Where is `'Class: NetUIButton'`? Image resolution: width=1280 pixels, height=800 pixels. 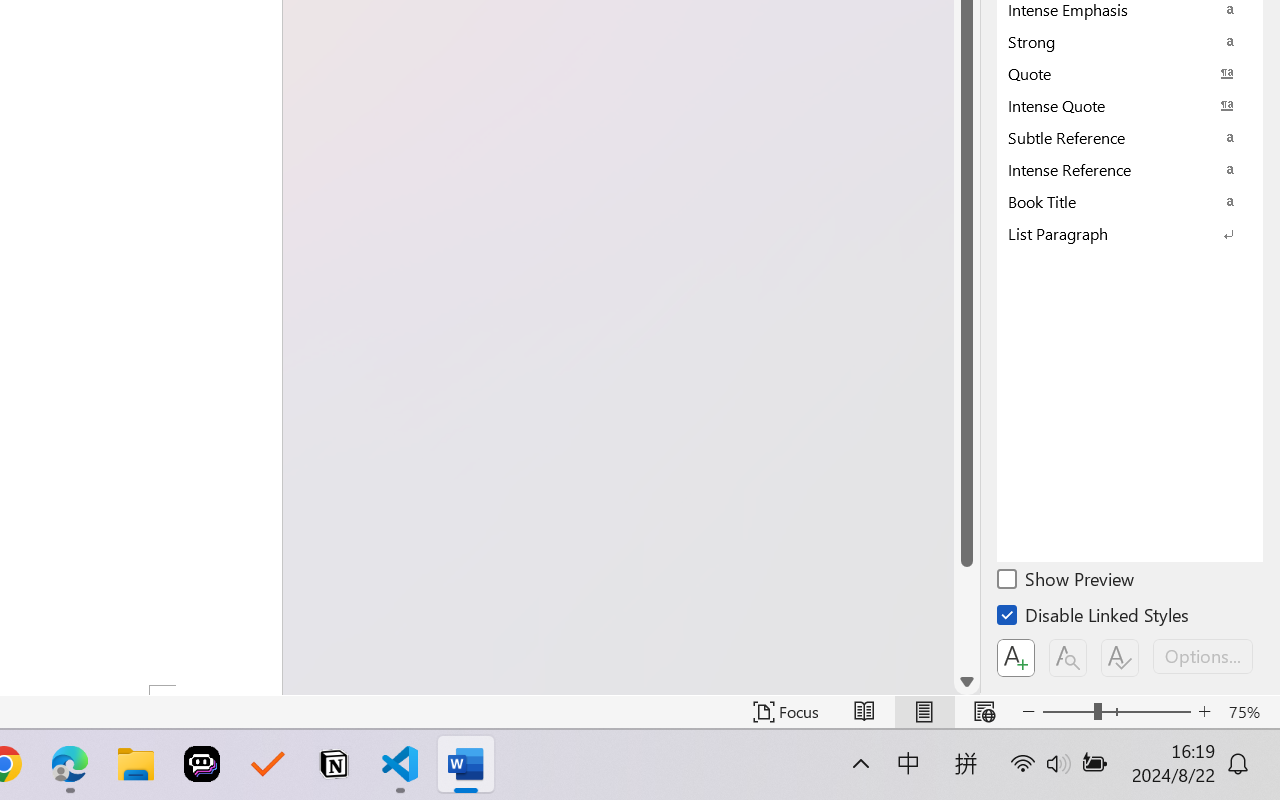
'Class: NetUIButton' is located at coordinates (1120, 657).